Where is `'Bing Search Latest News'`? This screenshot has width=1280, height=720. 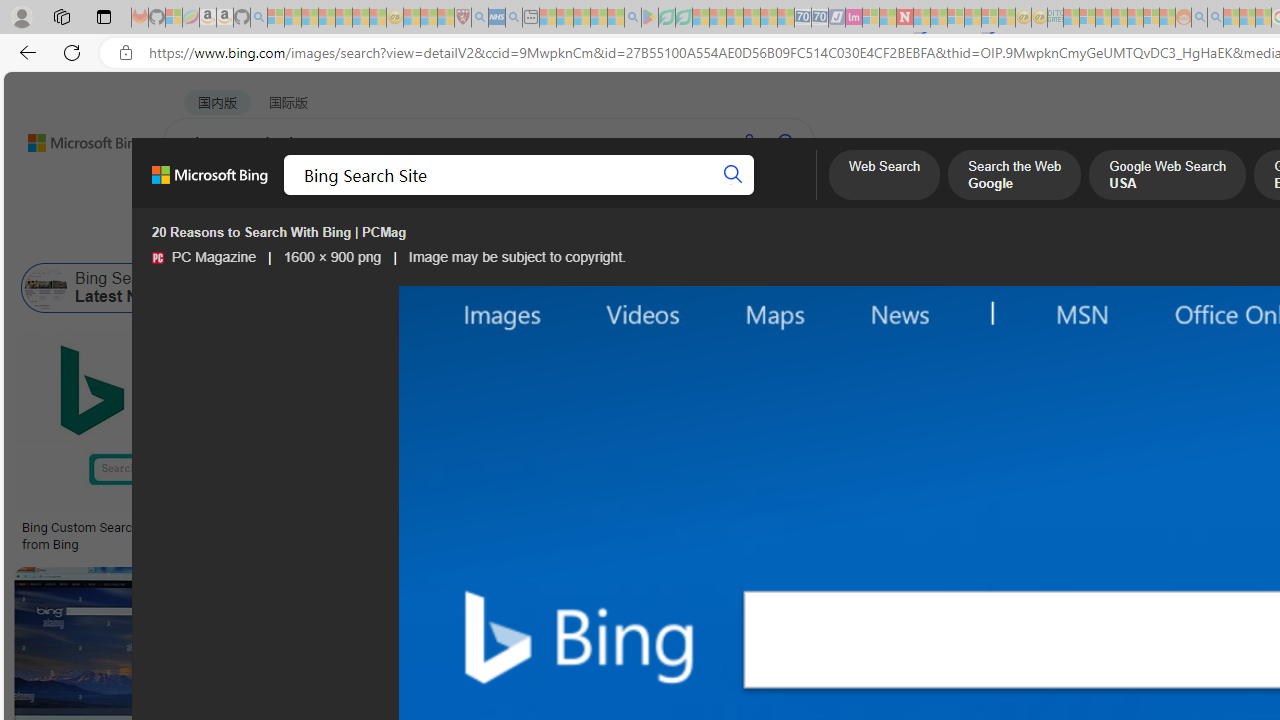
'Bing Search Latest News' is located at coordinates (104, 288).